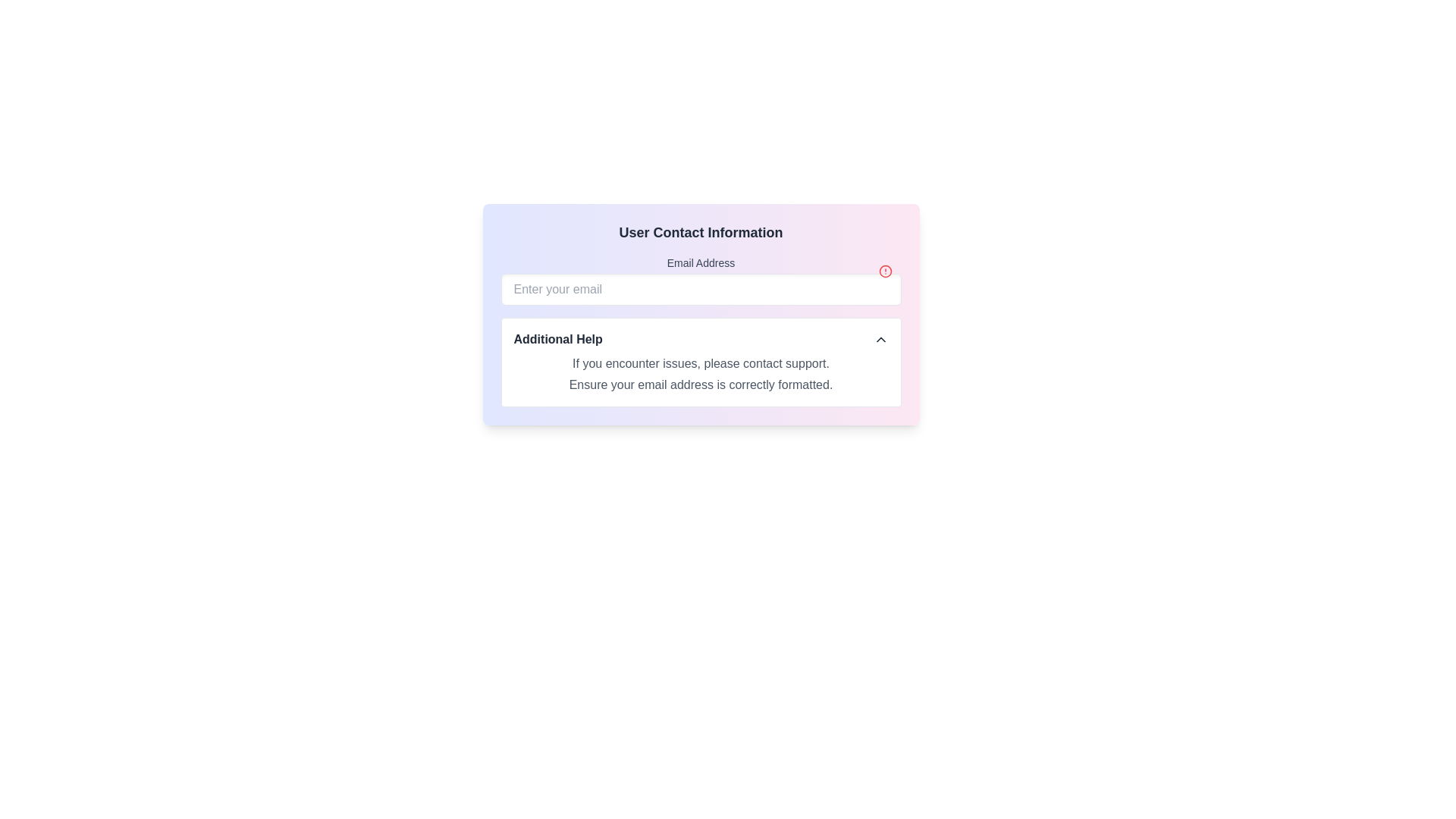 This screenshot has width=1456, height=819. I want to click on the graphical circle within the composite SVG icon located at the top-right corner of the input field's group box, which serves as an alert or notification indicator, so click(885, 271).